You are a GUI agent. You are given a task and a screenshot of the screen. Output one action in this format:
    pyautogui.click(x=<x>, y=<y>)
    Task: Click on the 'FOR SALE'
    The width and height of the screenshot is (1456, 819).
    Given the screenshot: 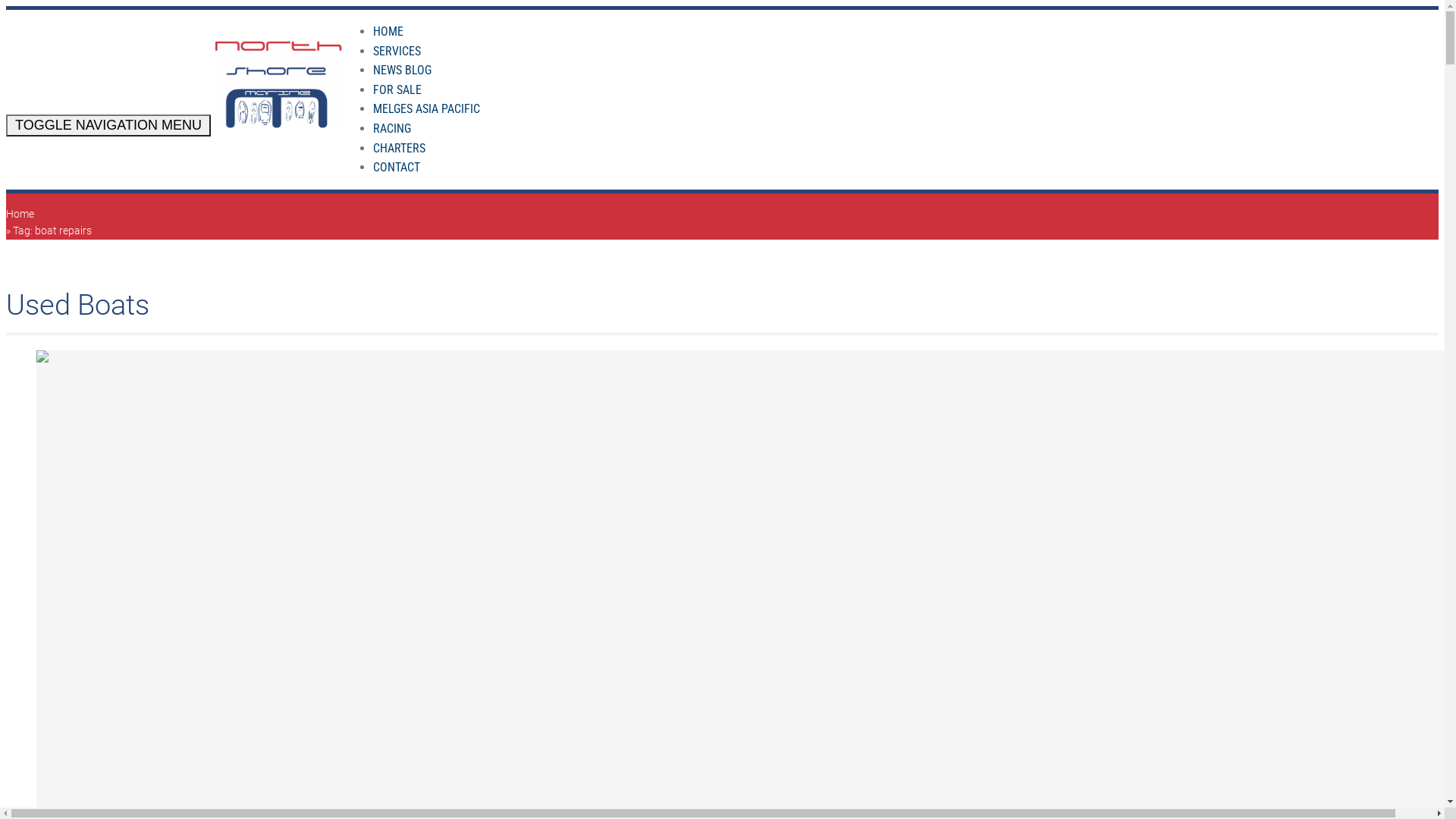 What is the action you would take?
    pyautogui.click(x=397, y=89)
    